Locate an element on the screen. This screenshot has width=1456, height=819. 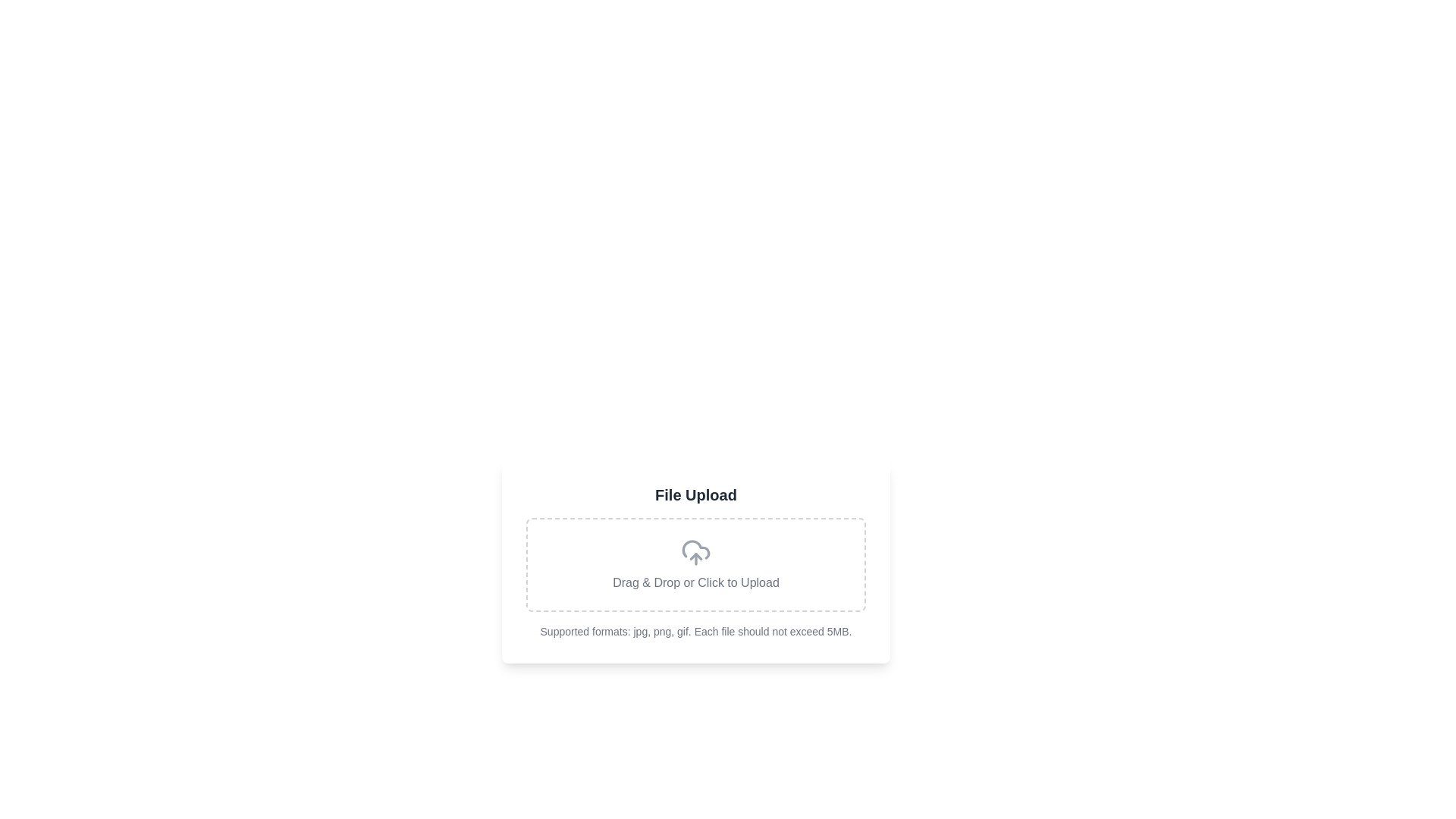
and drop files onto the Interactive file upload area, which is a rectangular area with a dashed border and rounded corners, featuring a cloud icon with an upward-pointing arrow and the text 'Drag & Drop or Click is located at coordinates (695, 564).